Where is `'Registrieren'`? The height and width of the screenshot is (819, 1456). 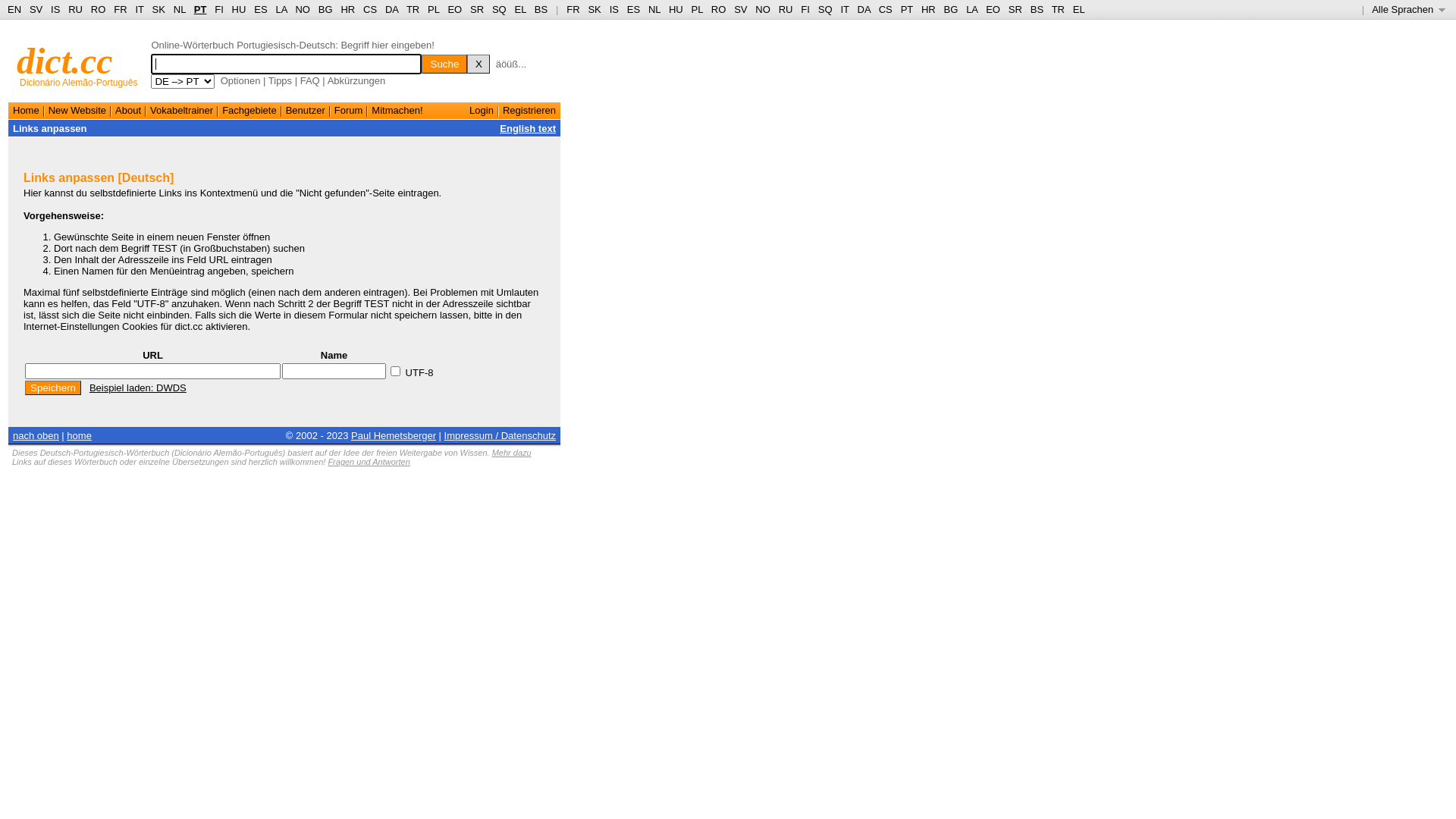 'Registrieren' is located at coordinates (529, 109).